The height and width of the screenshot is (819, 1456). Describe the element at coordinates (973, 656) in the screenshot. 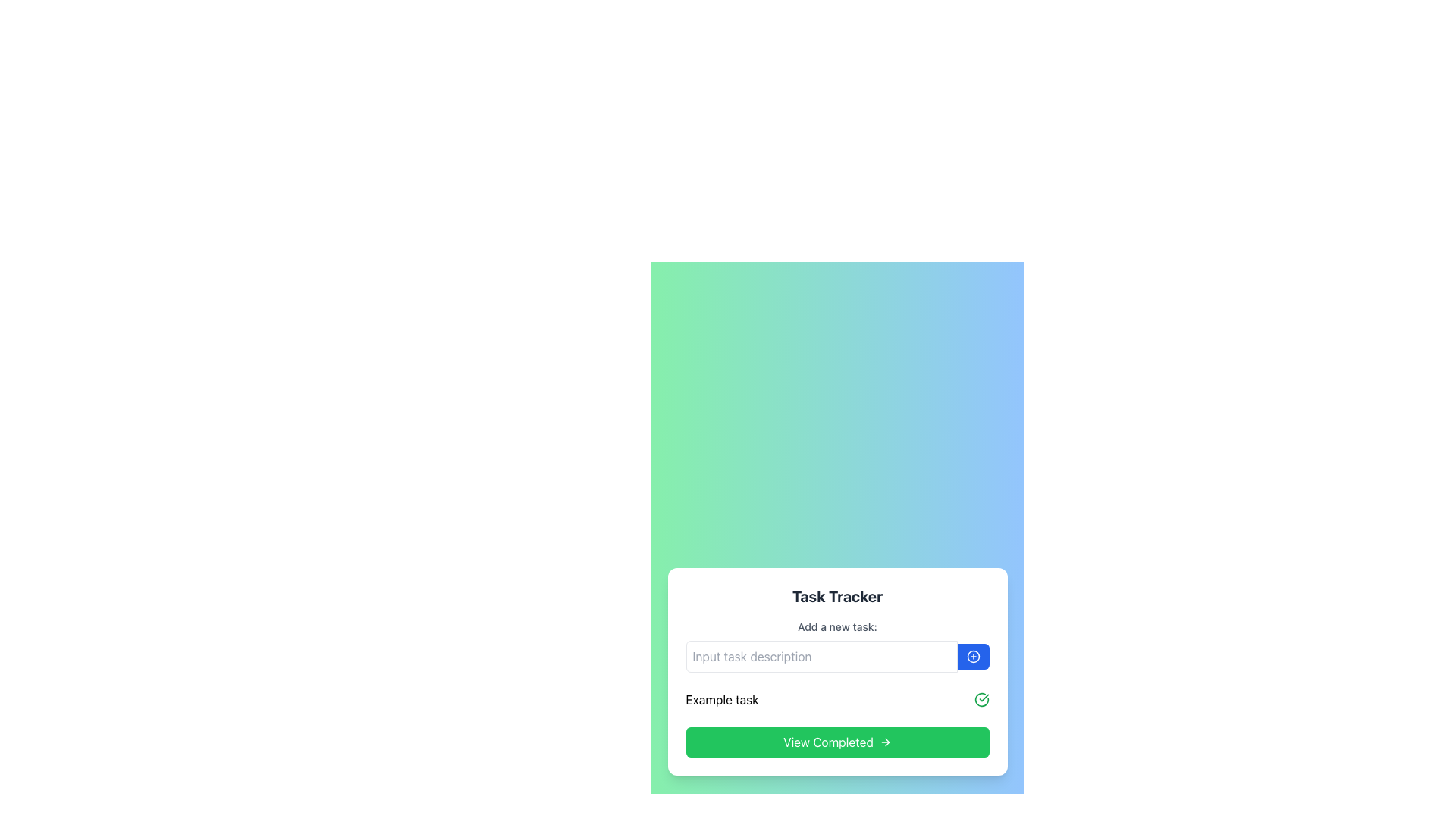

I see `the Circular 'Add' button located to the right of the 'Input task description' text field` at that location.